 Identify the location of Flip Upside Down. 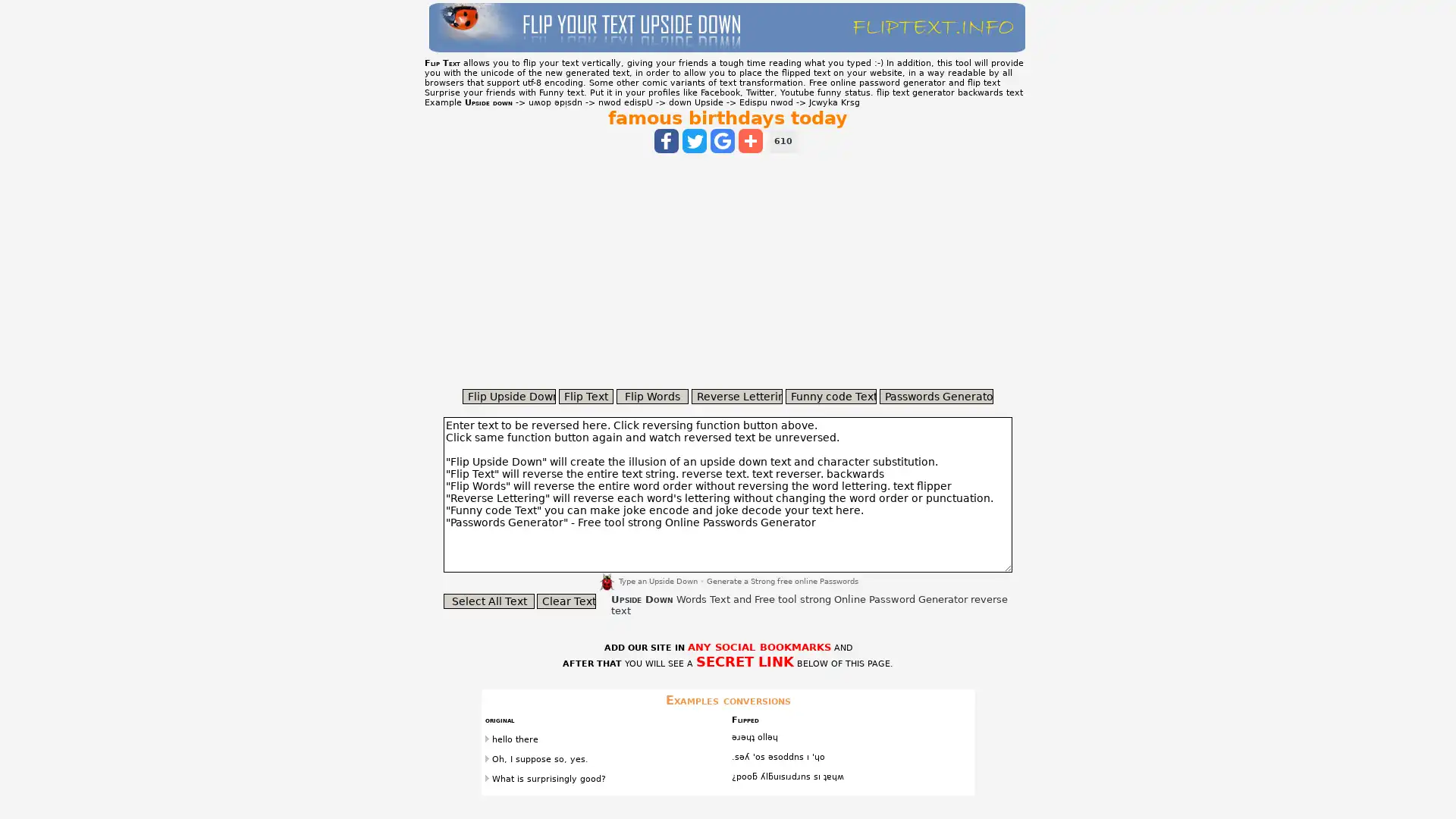
(509, 396).